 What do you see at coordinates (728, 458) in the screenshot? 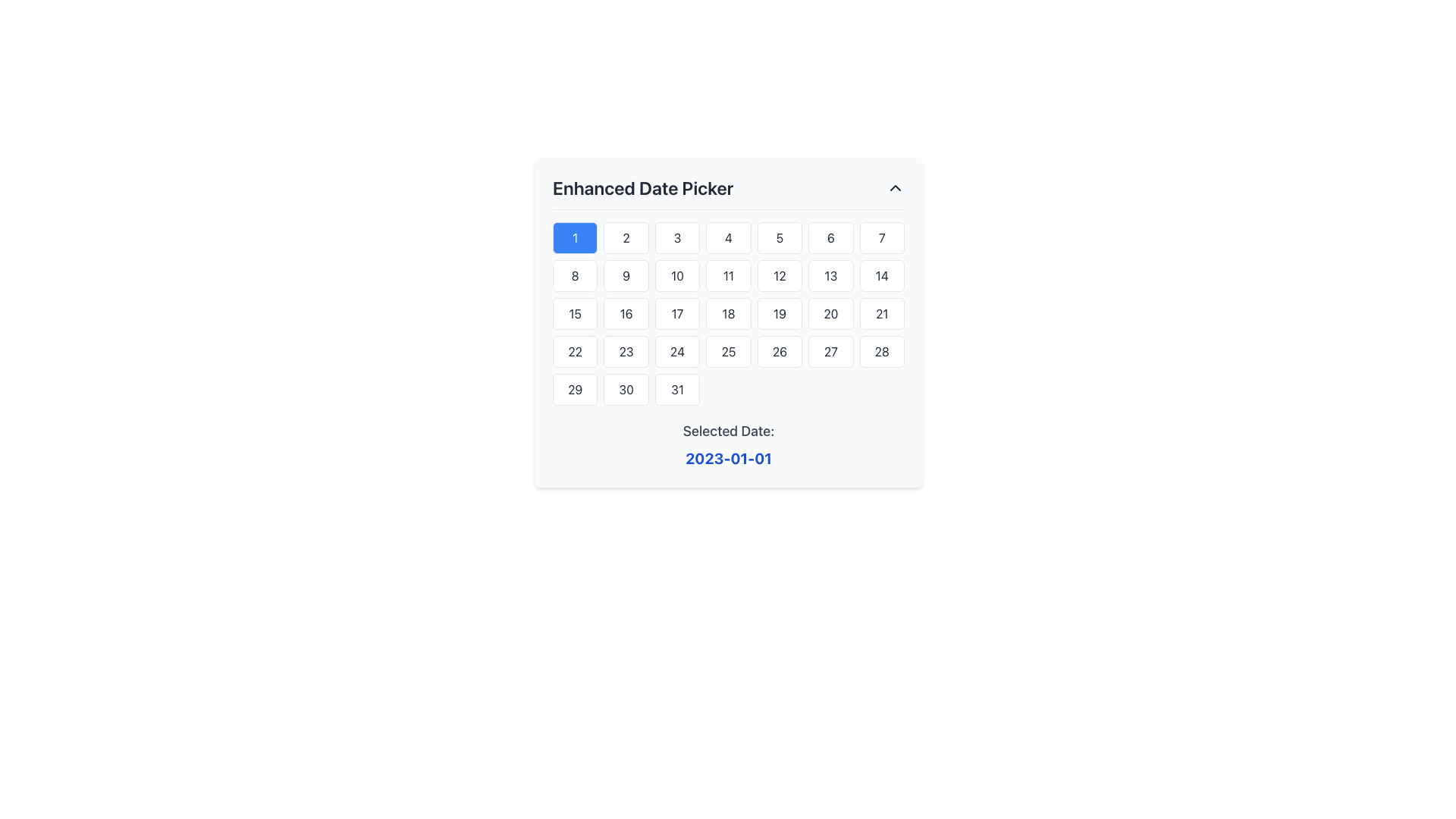
I see `the text display showing '2023-01-01' in bold, blue font, located below the 'Selected Date:' label` at bounding box center [728, 458].